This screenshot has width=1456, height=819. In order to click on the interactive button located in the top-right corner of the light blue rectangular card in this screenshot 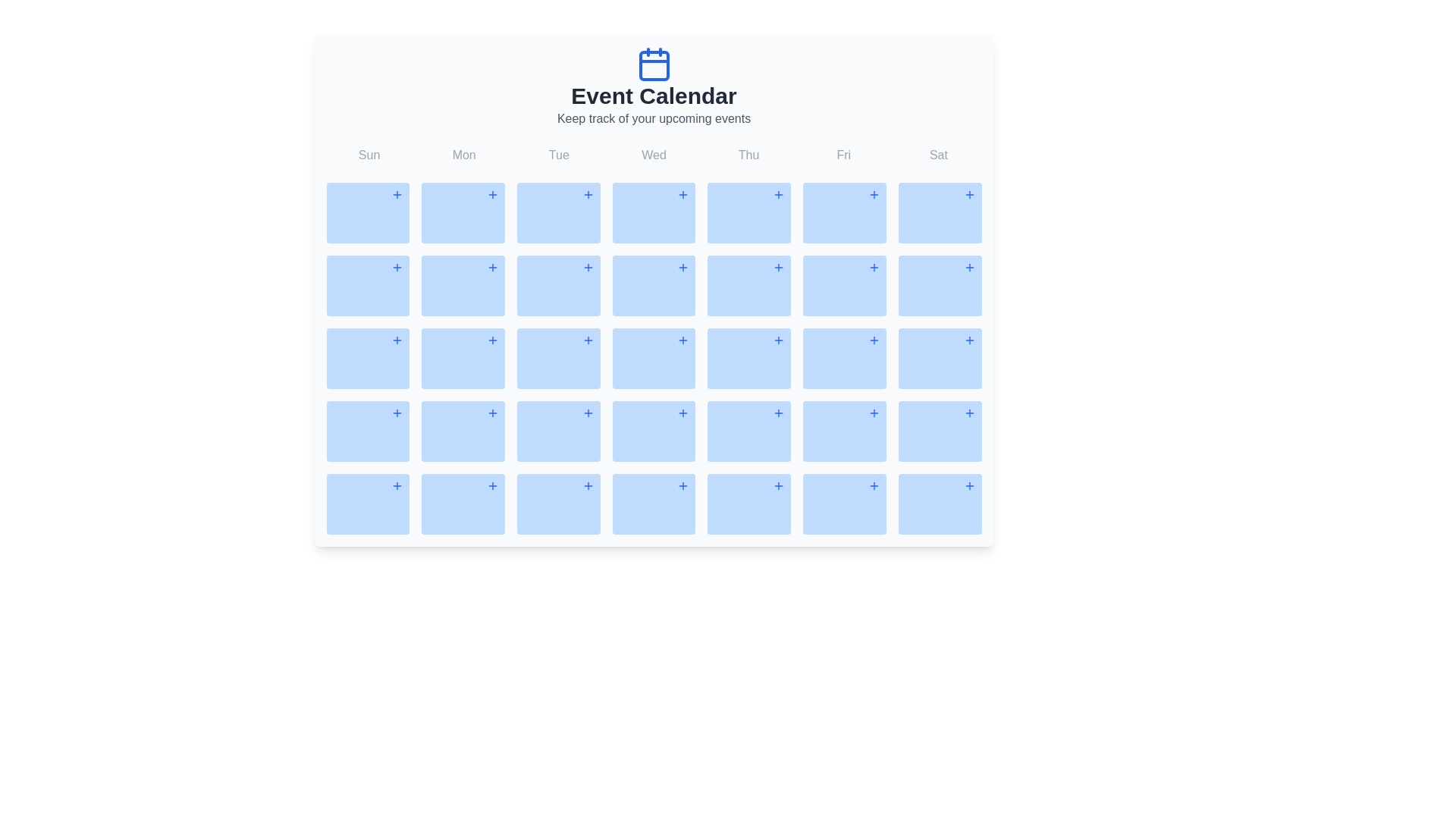, I will do `click(682, 267)`.